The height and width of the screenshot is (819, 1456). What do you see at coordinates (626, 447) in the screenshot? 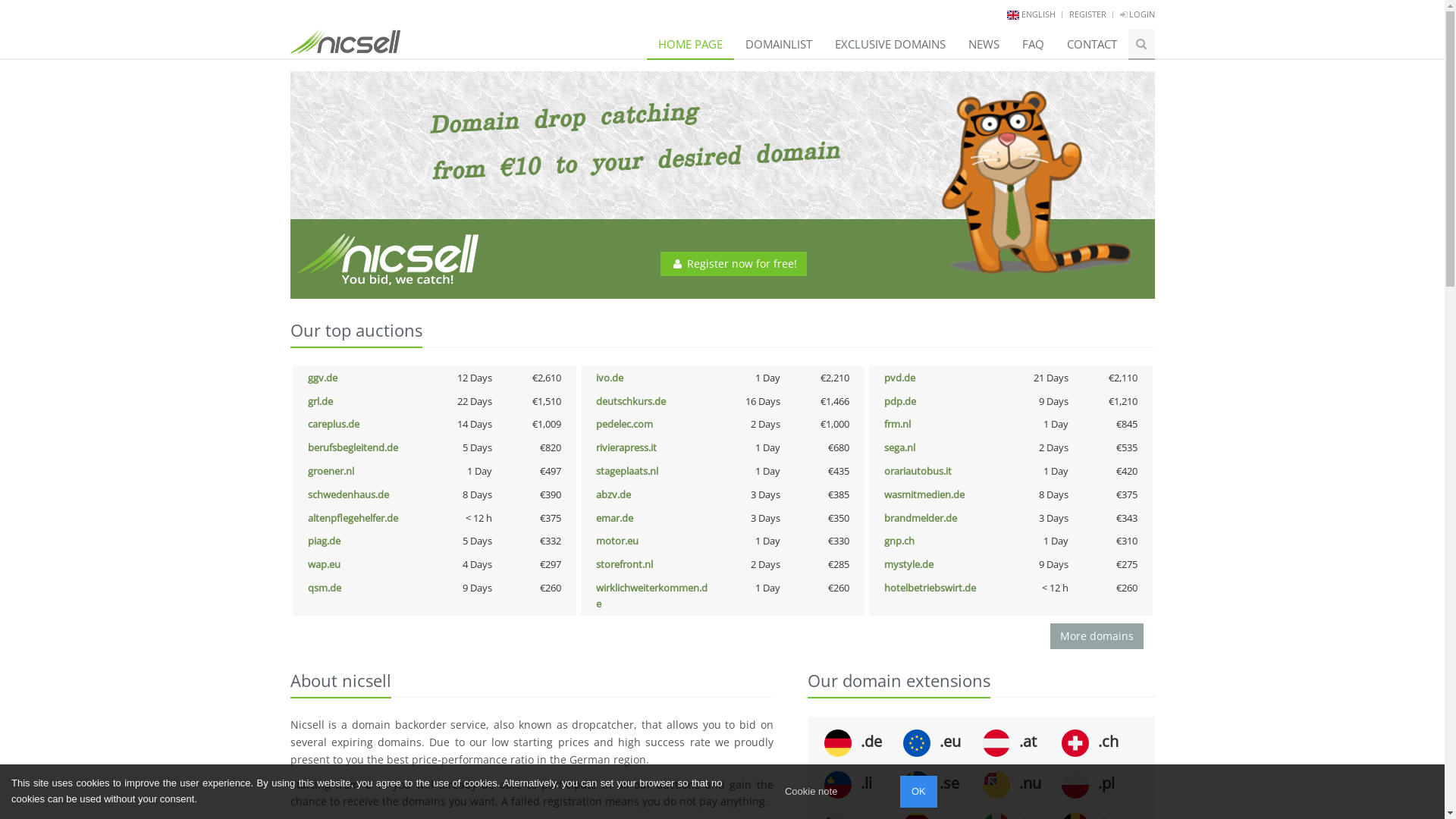
I see `'rivierapress.it'` at bounding box center [626, 447].